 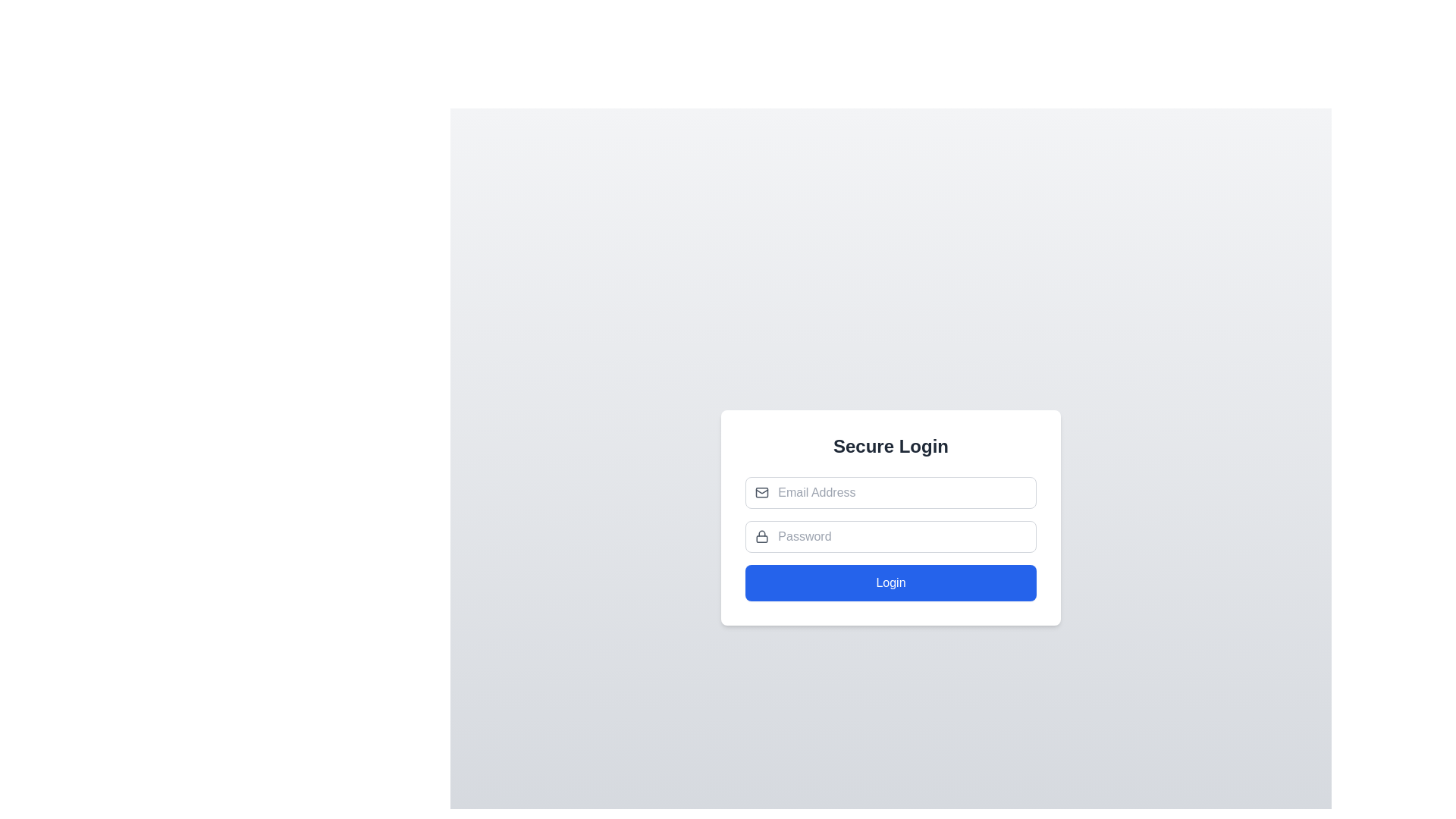 What do you see at coordinates (891, 446) in the screenshot?
I see `the text label 'Secure Login' which is styled as a heading with bold typography and centered alignment, located above the input fields and 'Login' button` at bounding box center [891, 446].